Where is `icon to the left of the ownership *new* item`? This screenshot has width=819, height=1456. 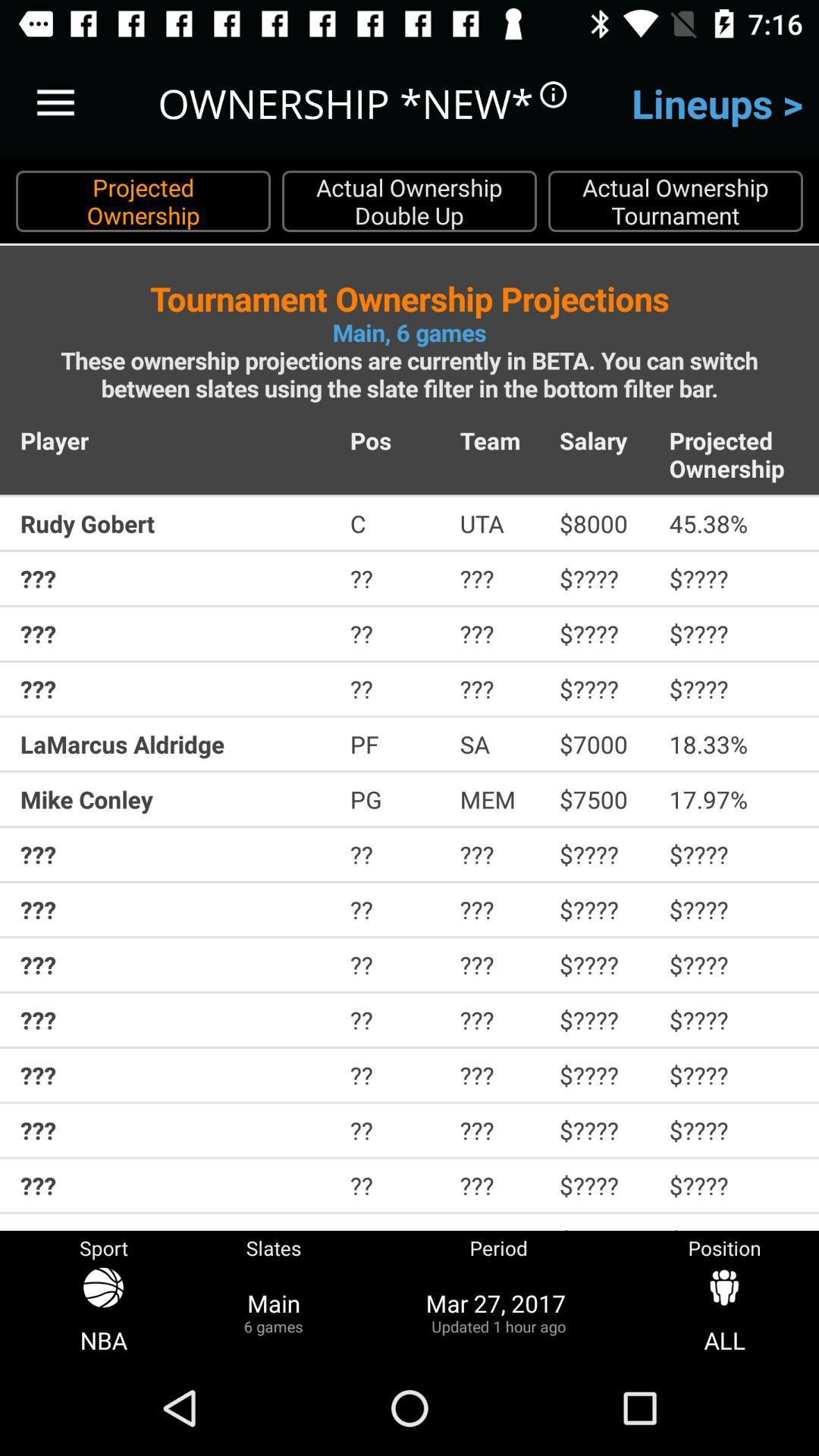
icon to the left of the ownership *new* item is located at coordinates (55, 102).